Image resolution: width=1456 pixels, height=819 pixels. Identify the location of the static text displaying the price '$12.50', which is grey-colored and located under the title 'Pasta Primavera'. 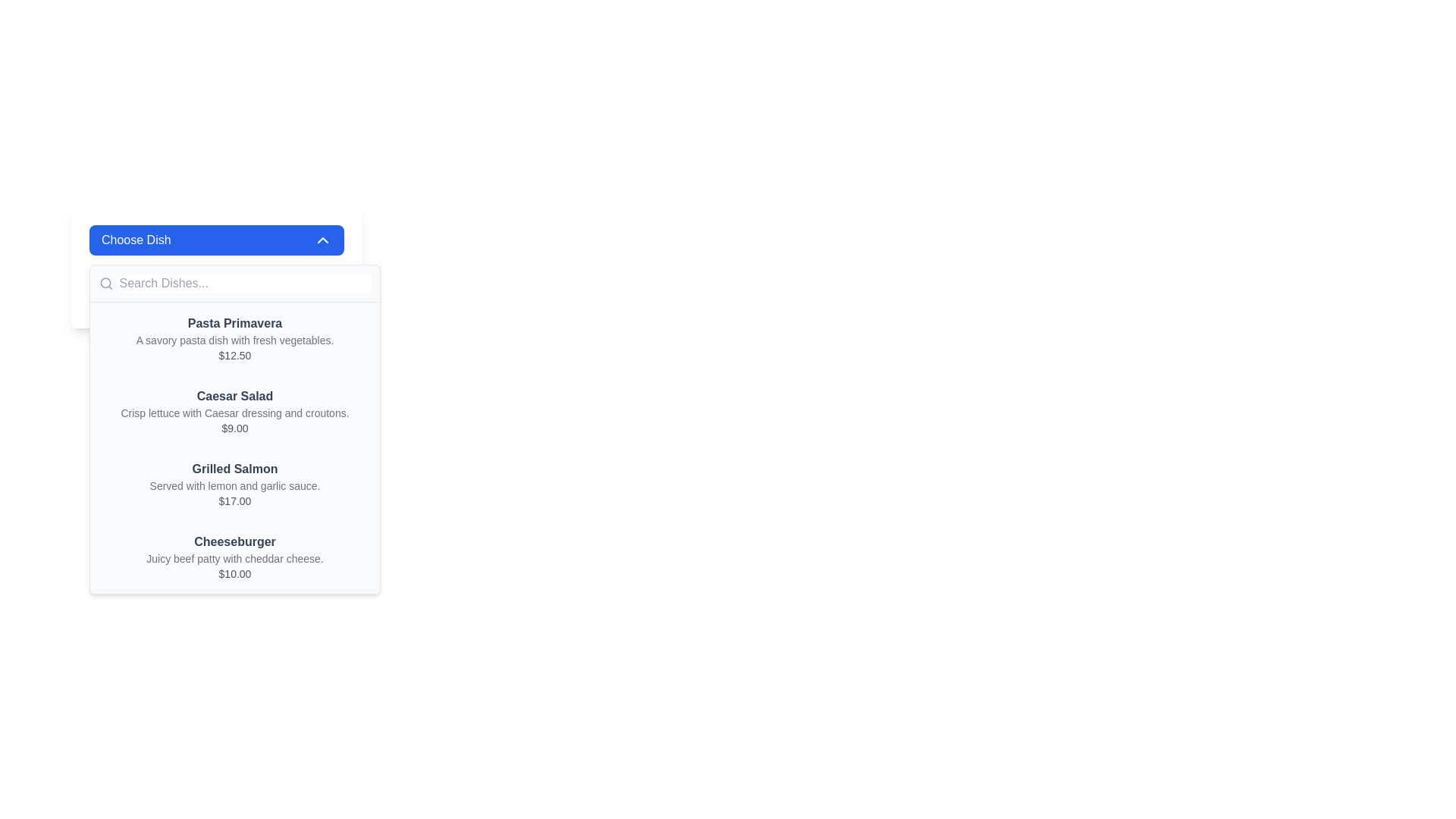
(234, 356).